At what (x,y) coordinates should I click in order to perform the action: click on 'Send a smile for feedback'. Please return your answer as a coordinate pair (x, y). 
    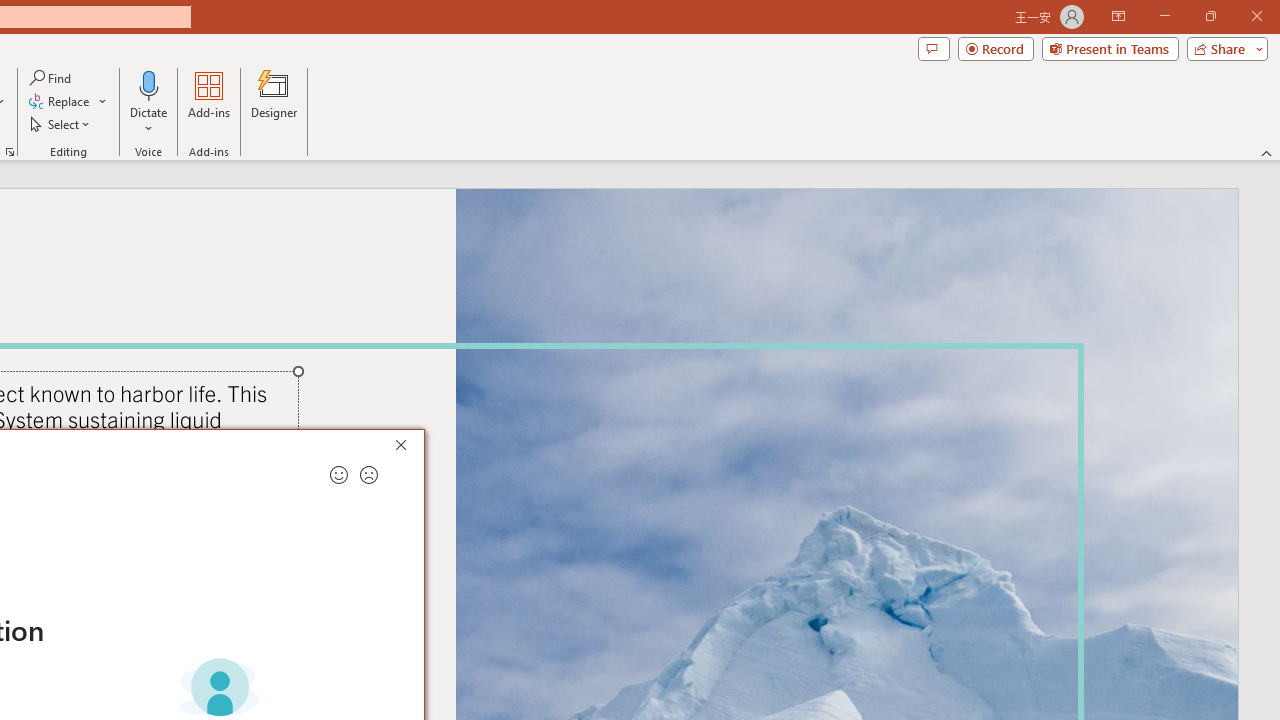
    Looking at the image, I should click on (339, 475).